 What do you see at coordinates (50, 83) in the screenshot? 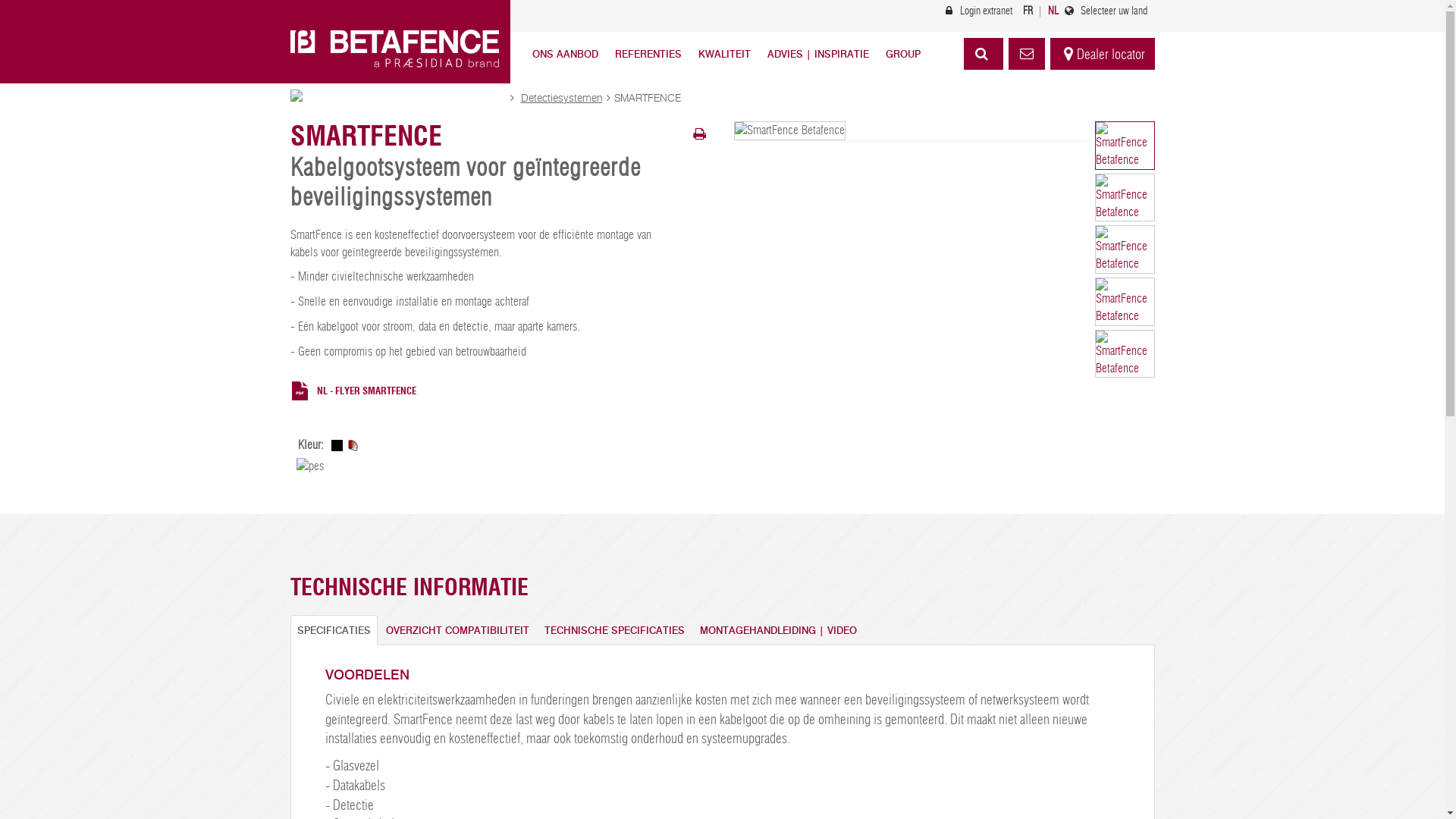
I see `'Skip to main content'` at bounding box center [50, 83].